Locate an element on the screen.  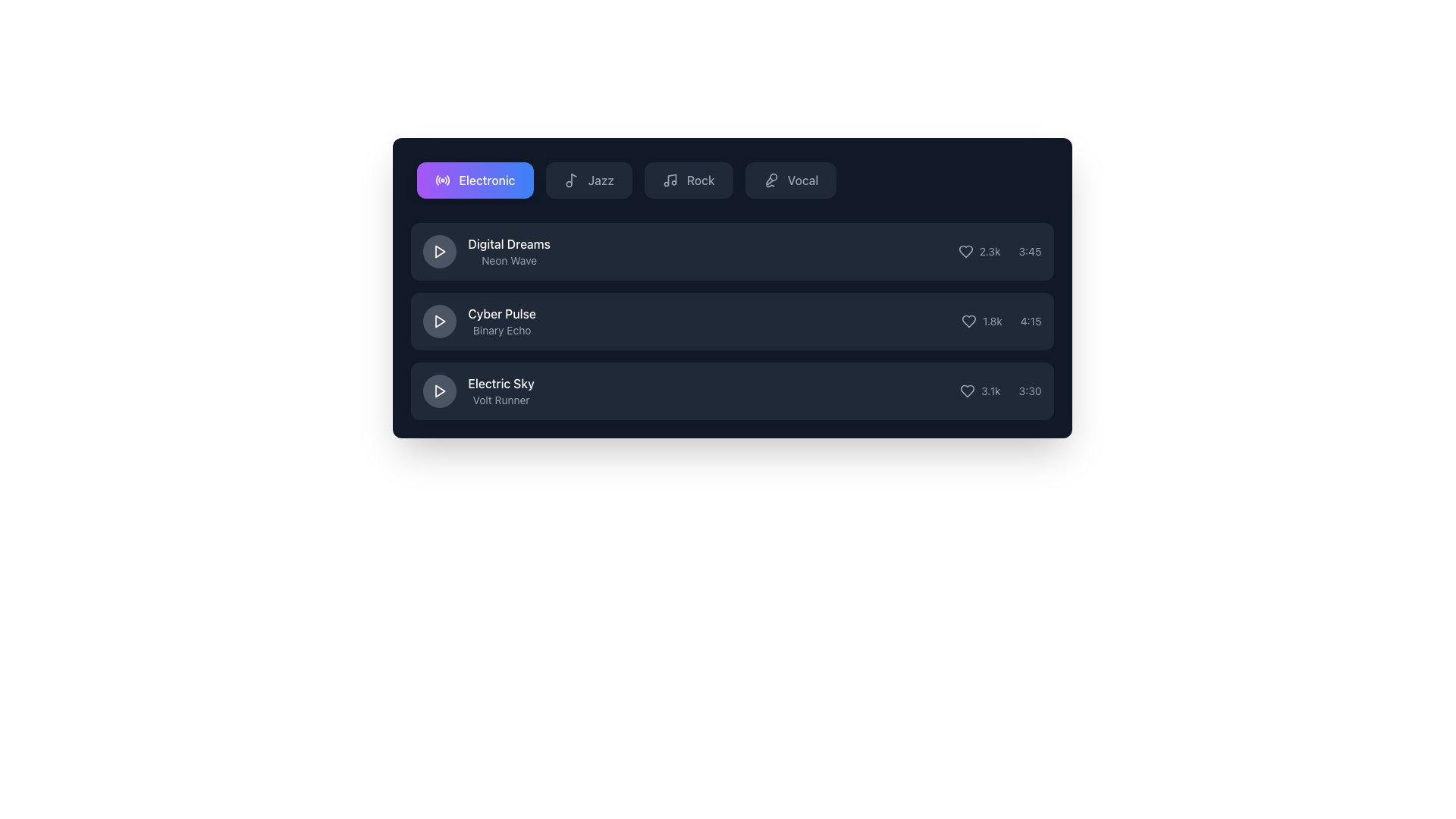
the Jazz genre icon in the music genre selection menu, which is located between the Electronic and Rock buttons is located at coordinates (570, 180).